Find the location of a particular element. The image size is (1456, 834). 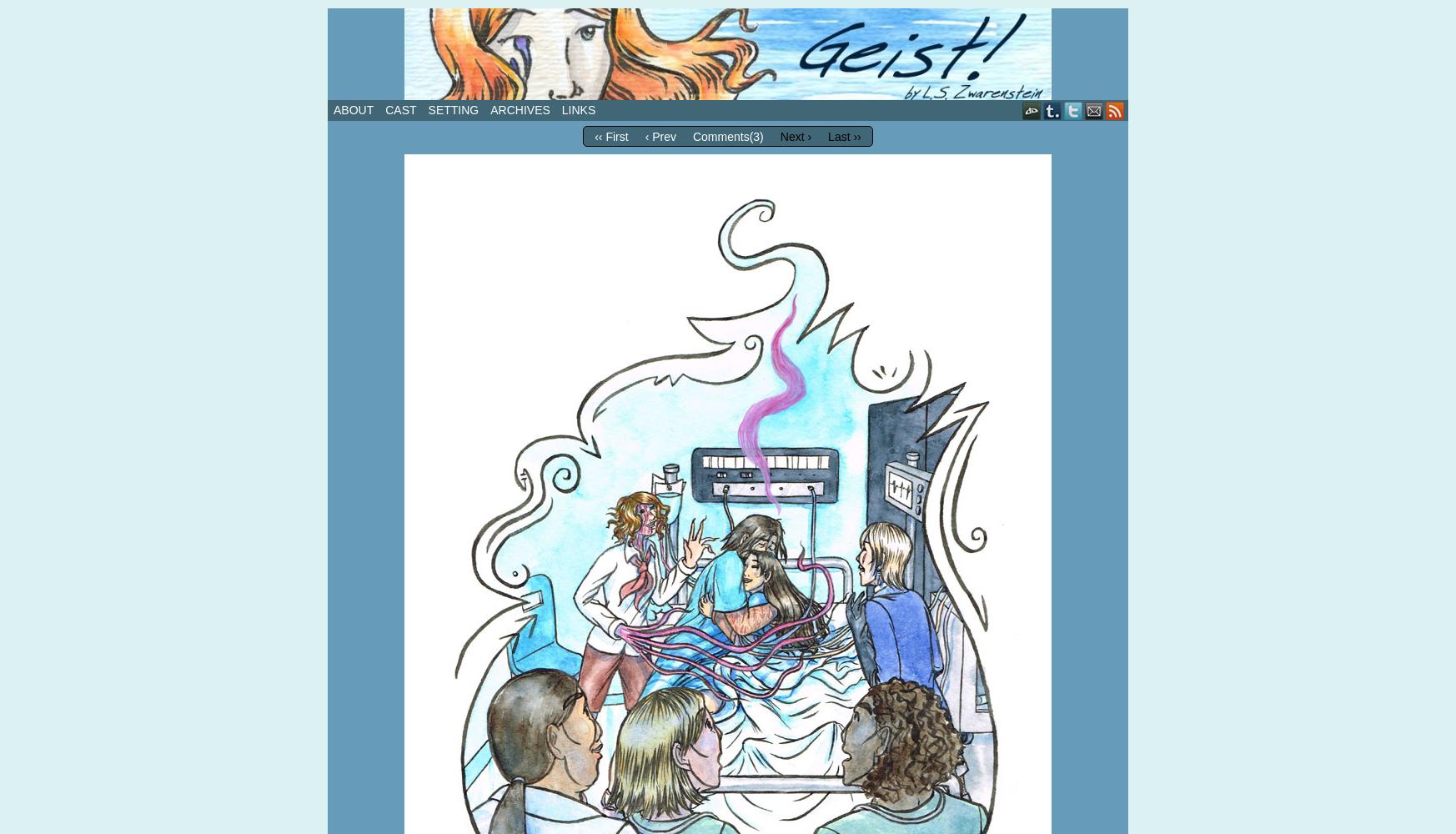

'Next ›' is located at coordinates (778, 137).